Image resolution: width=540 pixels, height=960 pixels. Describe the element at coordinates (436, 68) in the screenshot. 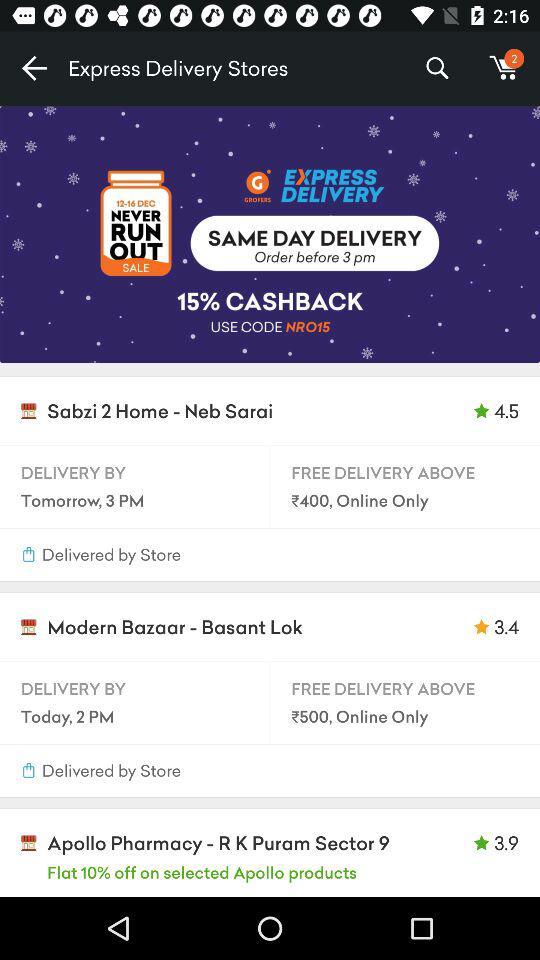

I see `icon to the right of express delivery stores item` at that location.